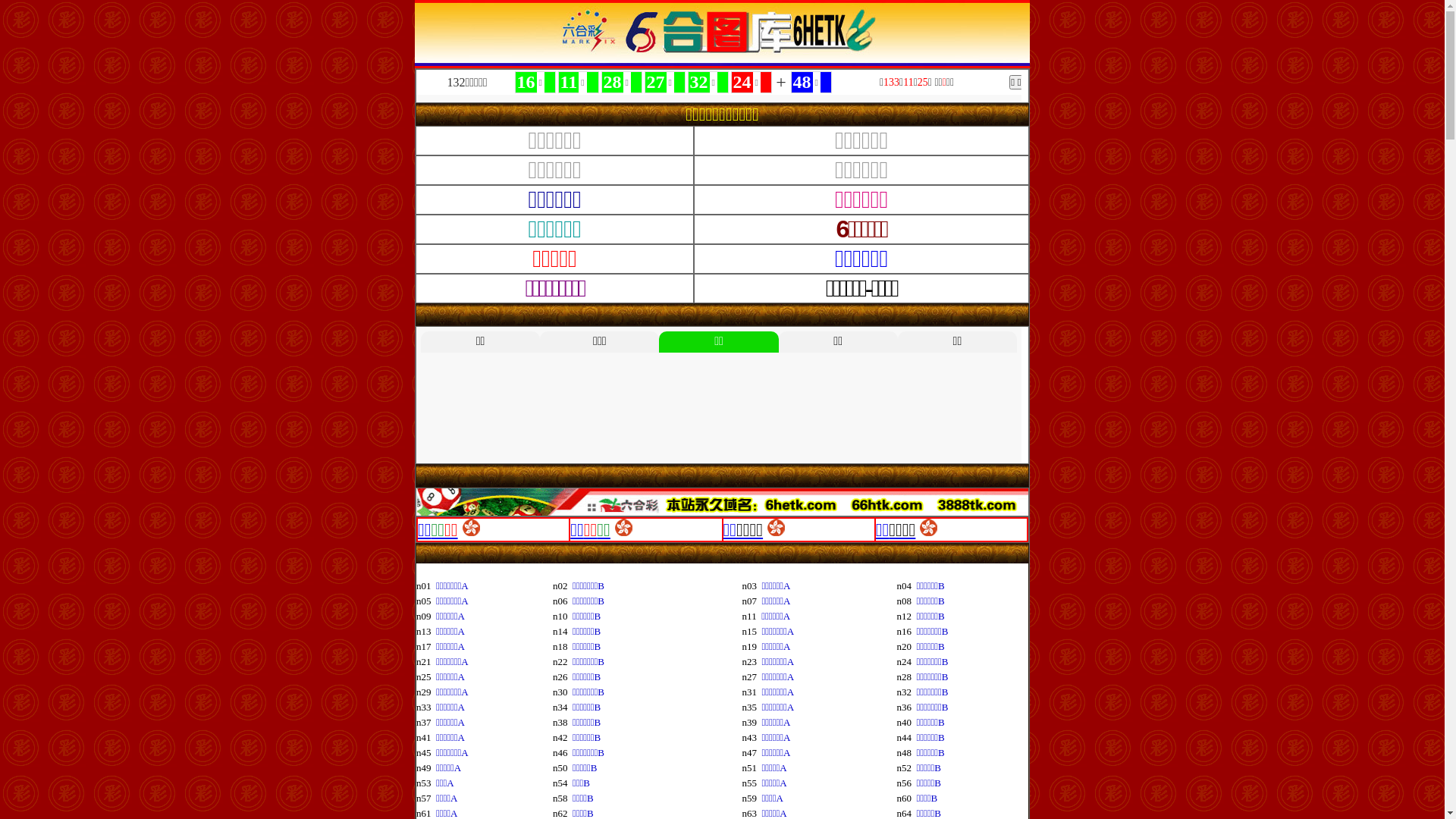 This screenshot has width=1456, height=819. Describe the element at coordinates (562, 676) in the screenshot. I see `'n26 '` at that location.